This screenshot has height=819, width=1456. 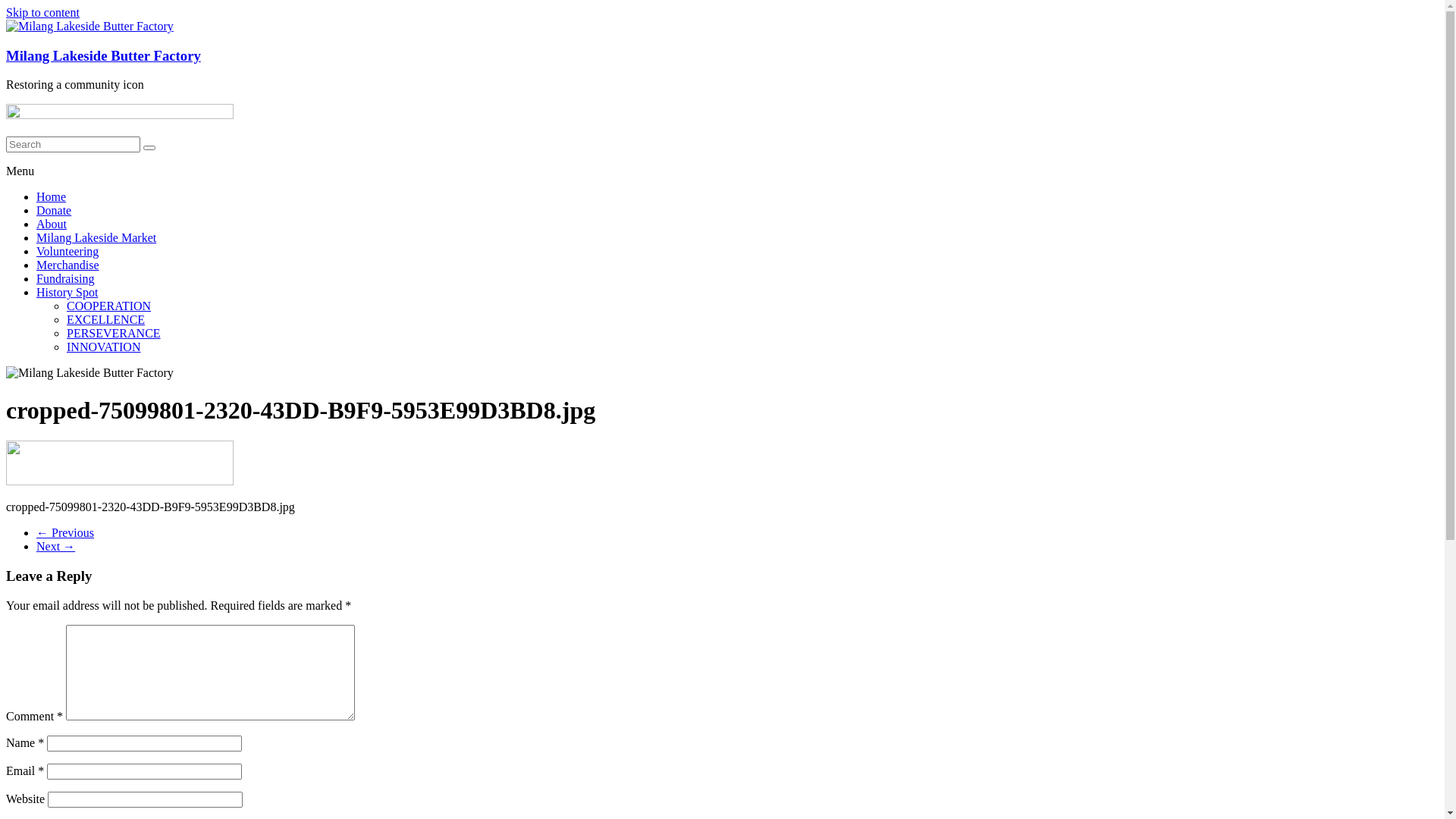 I want to click on 'About', so click(x=51, y=224).